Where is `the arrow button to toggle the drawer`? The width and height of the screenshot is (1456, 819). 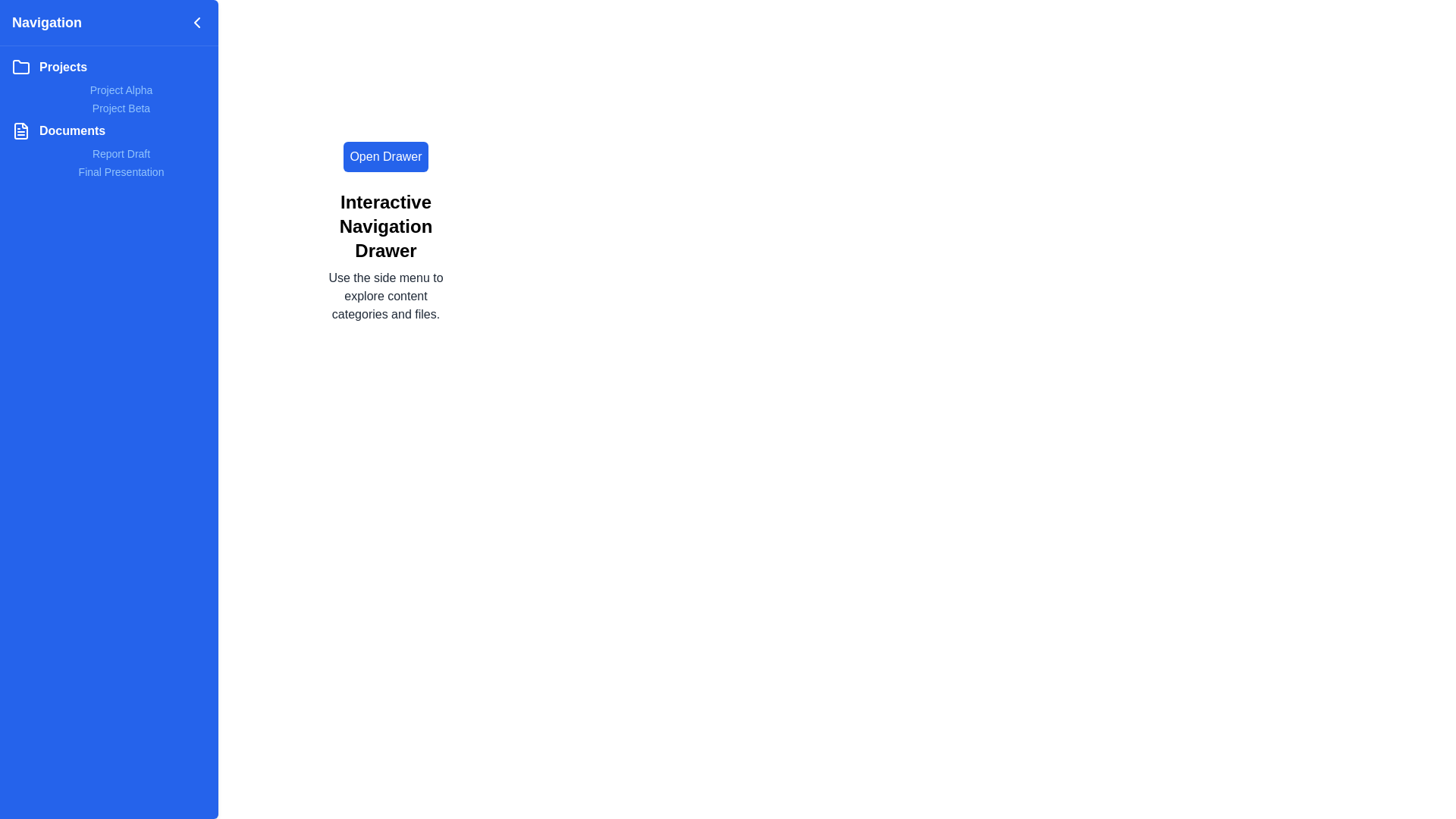
the arrow button to toggle the drawer is located at coordinates (196, 23).